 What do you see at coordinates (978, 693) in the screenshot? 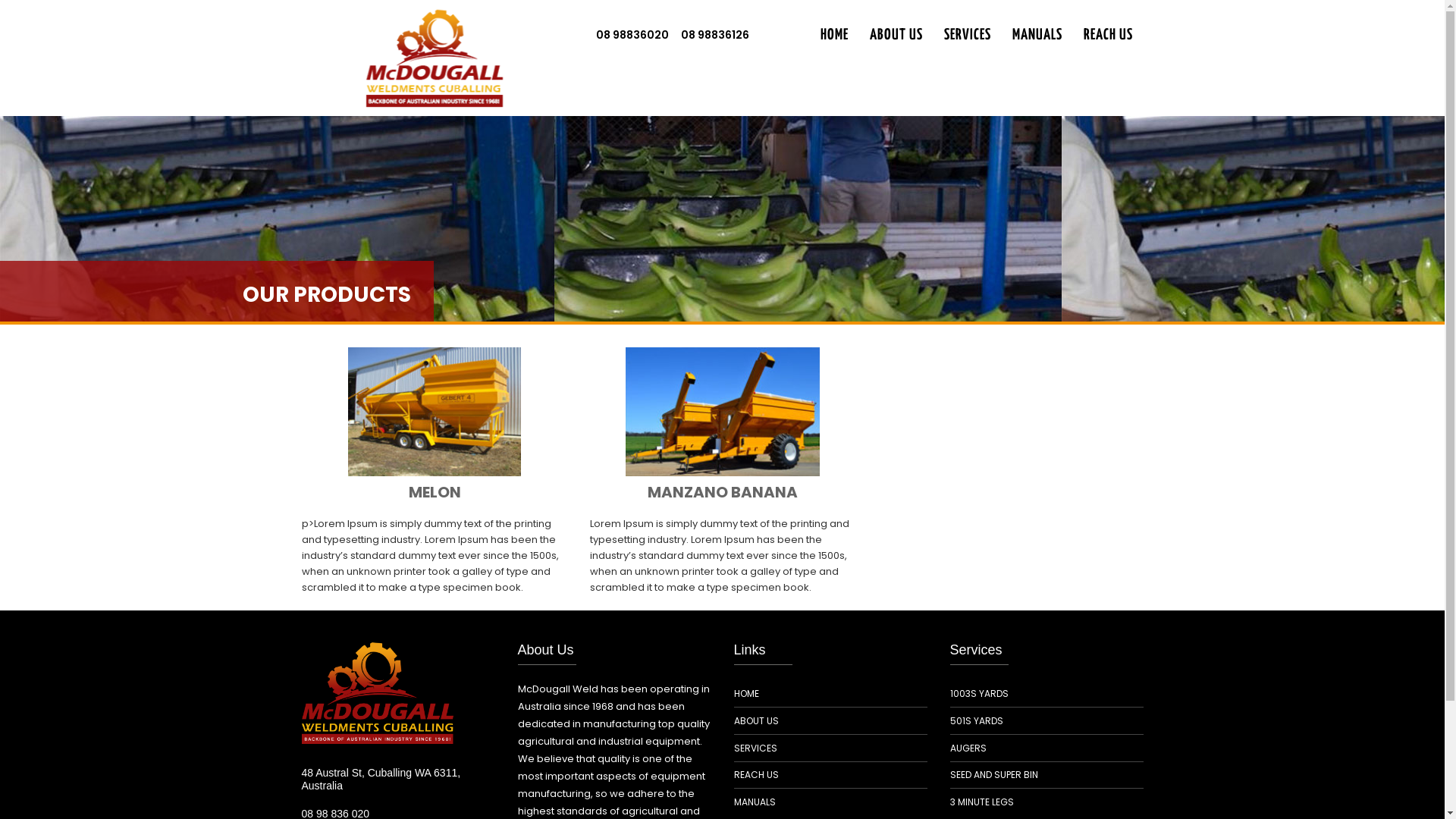
I see `'1003S YARDS'` at bounding box center [978, 693].